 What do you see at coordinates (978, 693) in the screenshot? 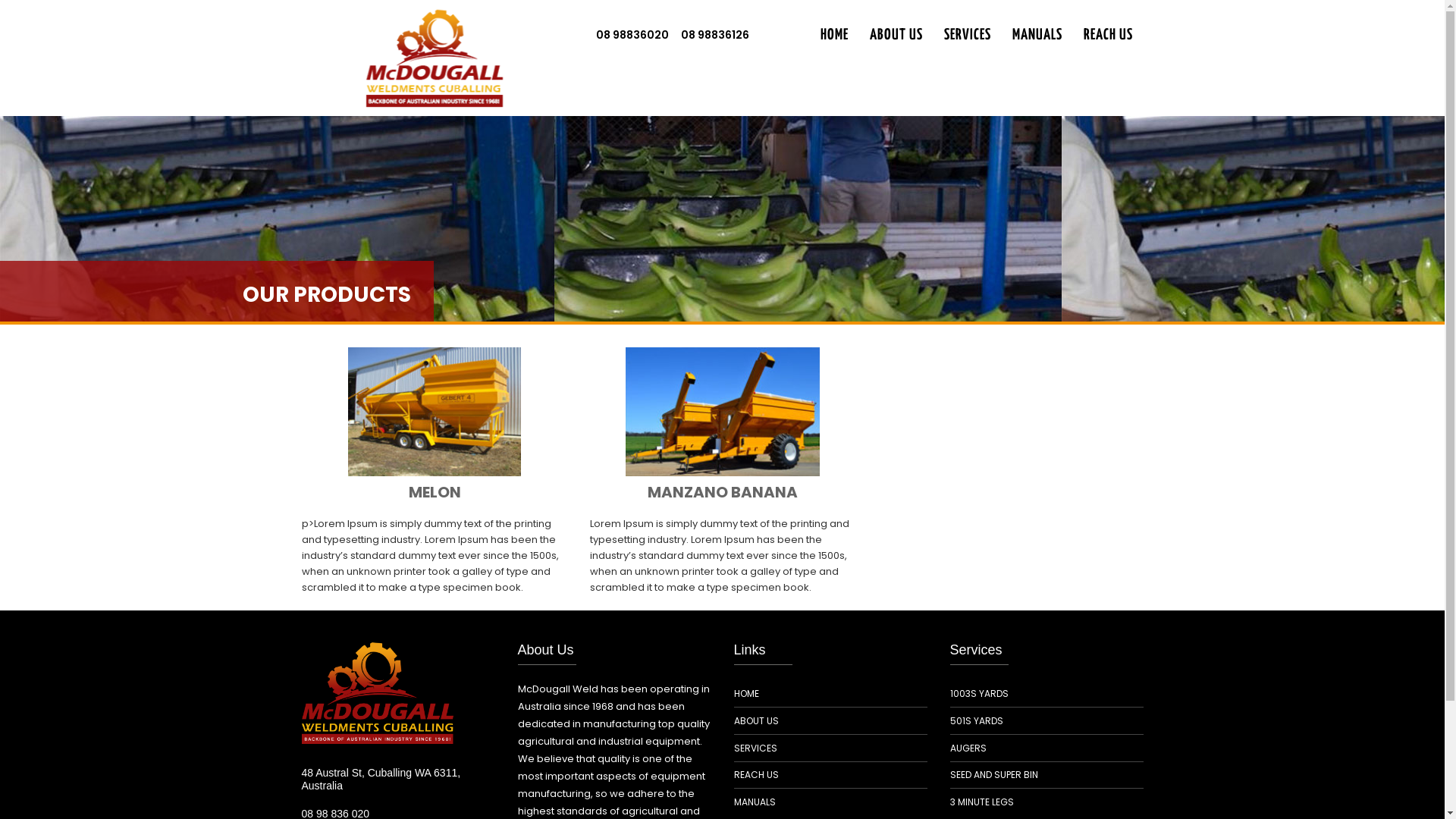
I see `'1003S YARDS'` at bounding box center [978, 693].